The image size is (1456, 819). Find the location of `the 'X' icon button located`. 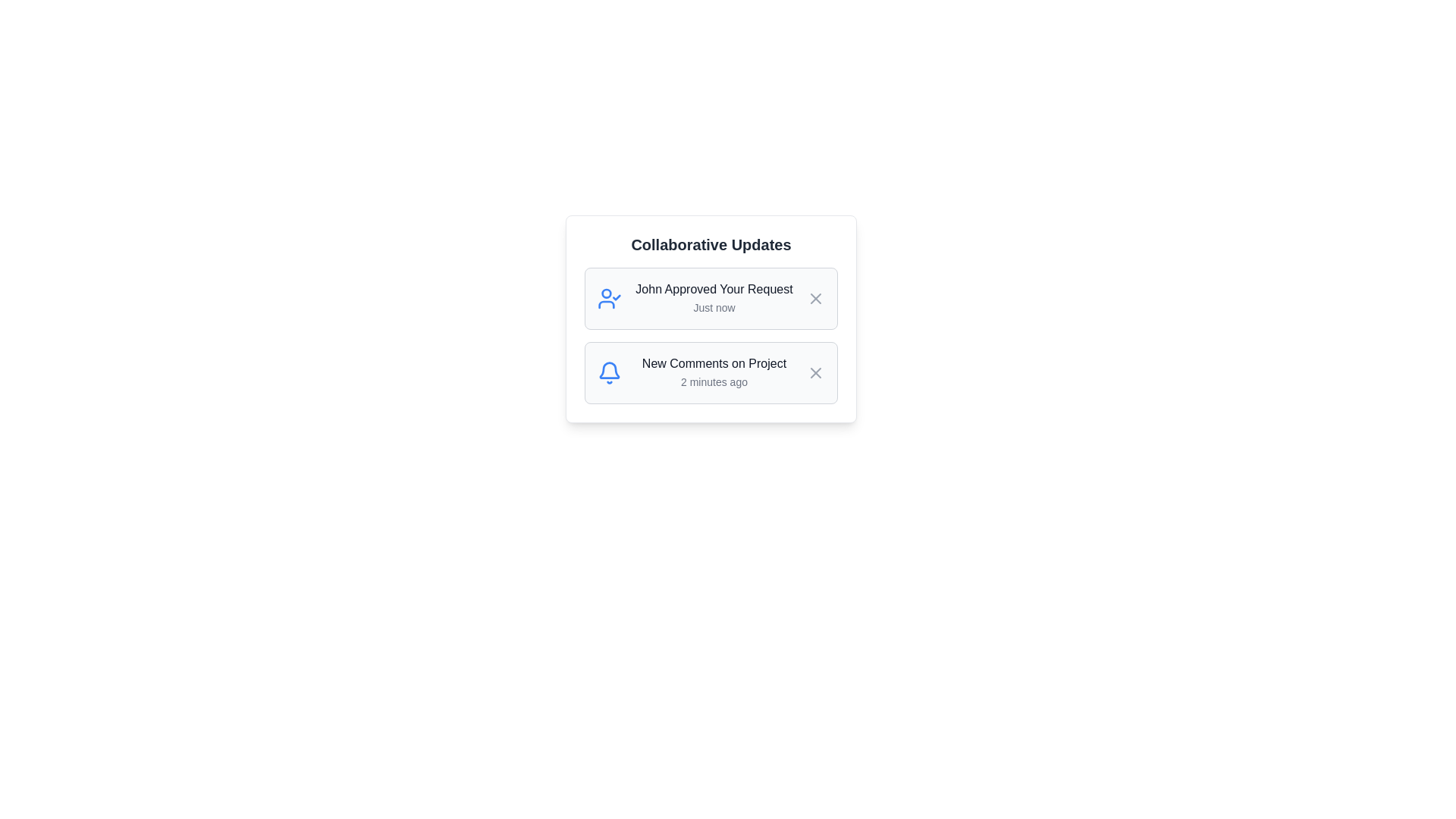

the 'X' icon button located is located at coordinates (814, 373).